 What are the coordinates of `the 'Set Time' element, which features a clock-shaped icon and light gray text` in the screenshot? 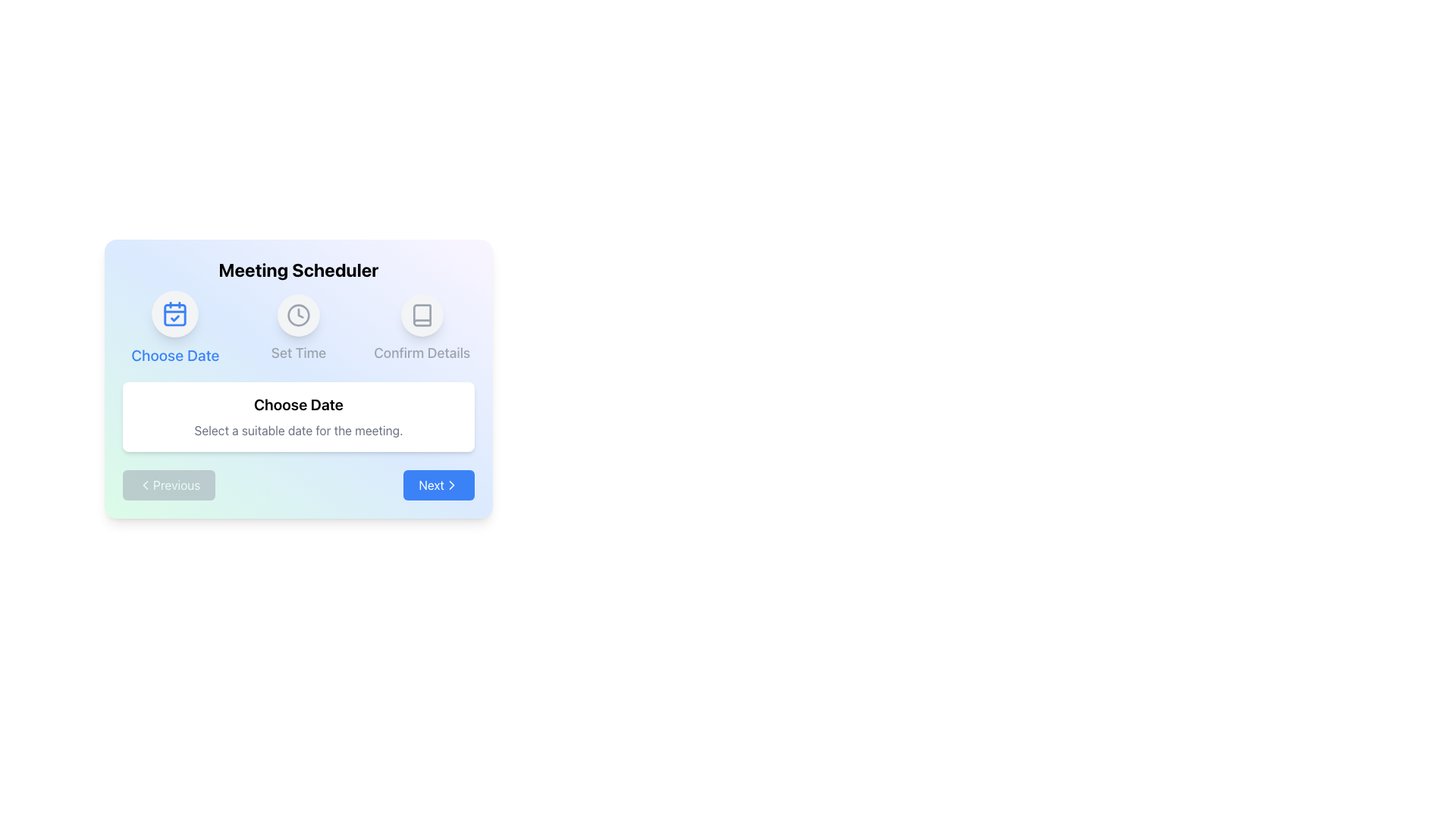 It's located at (298, 328).